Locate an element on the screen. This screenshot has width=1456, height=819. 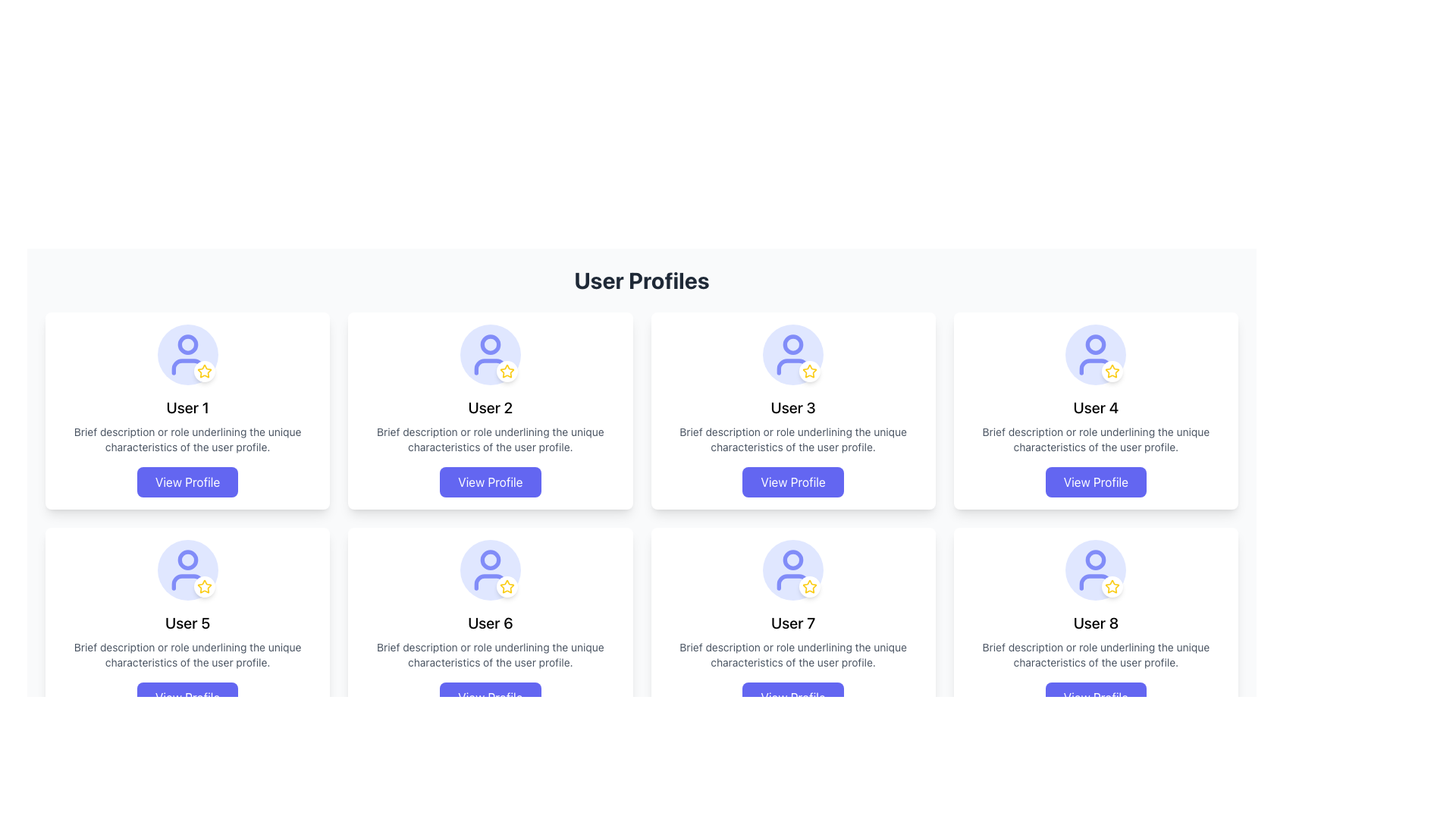
the Text label that provides a descriptive insight into the User 3 profile, located between the 'User 3' title and the 'View Profile' button is located at coordinates (792, 439).